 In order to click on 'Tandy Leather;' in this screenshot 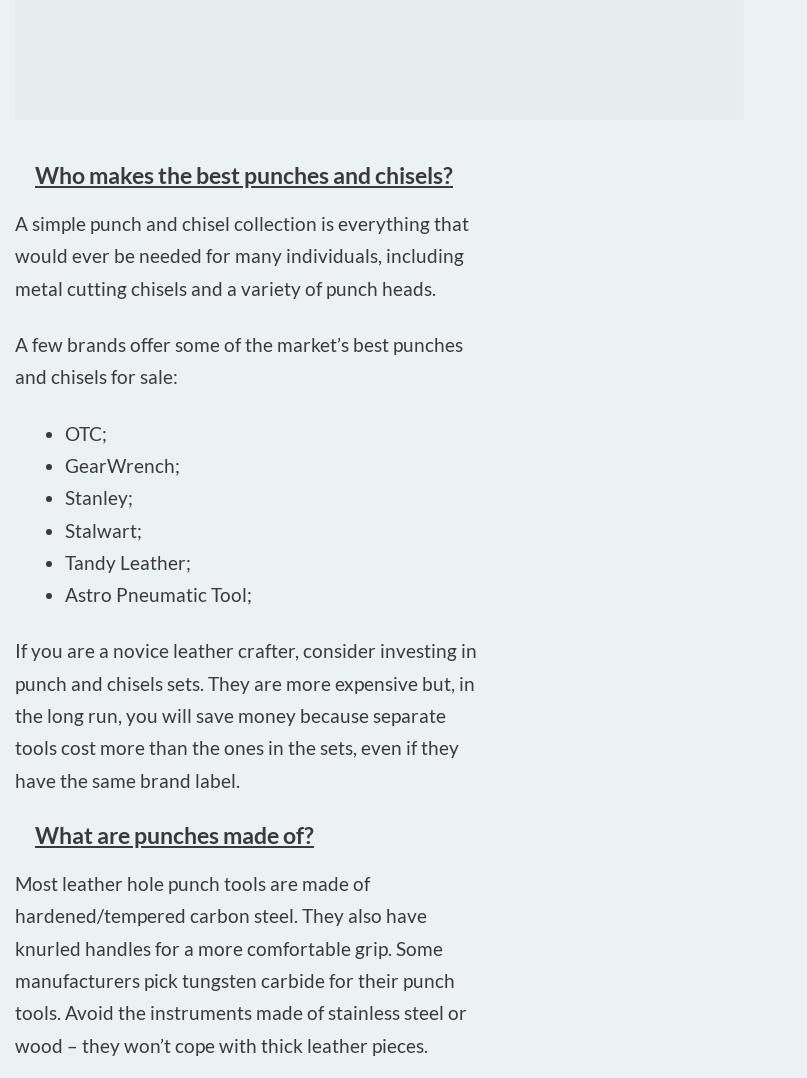, I will do `click(126, 560)`.